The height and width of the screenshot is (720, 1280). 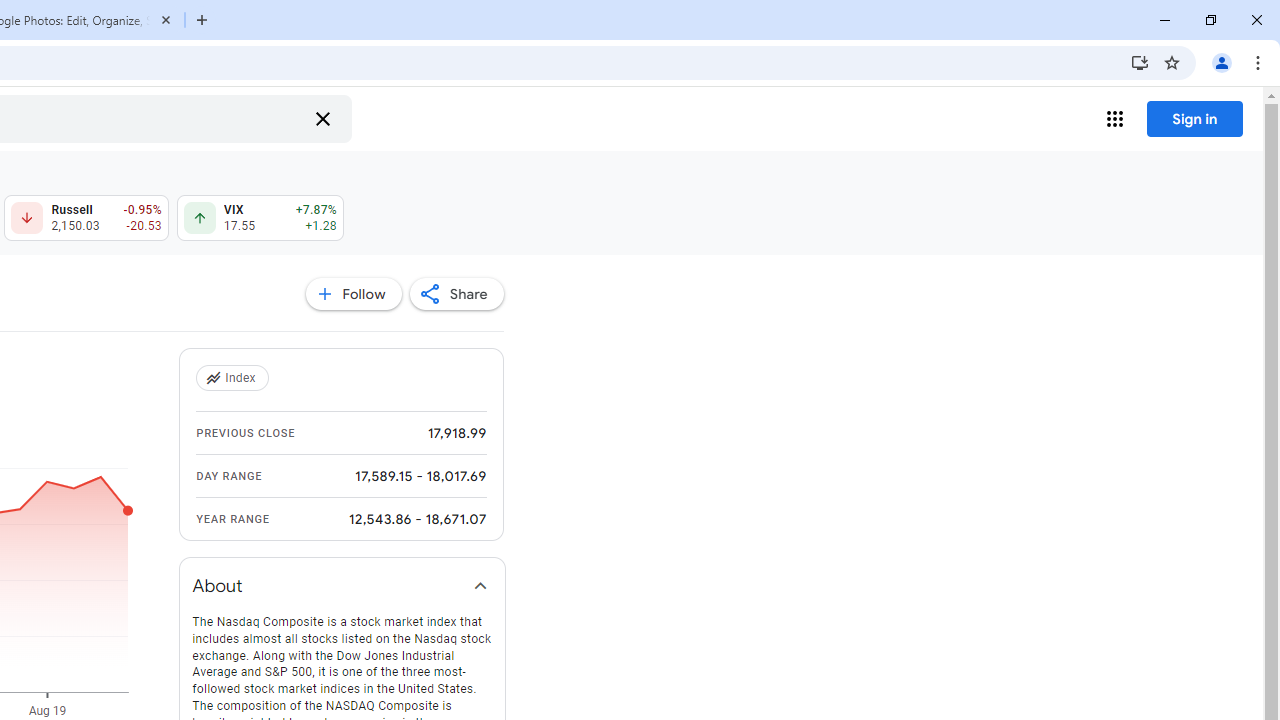 What do you see at coordinates (455, 294) in the screenshot?
I see `'Share'` at bounding box center [455, 294].